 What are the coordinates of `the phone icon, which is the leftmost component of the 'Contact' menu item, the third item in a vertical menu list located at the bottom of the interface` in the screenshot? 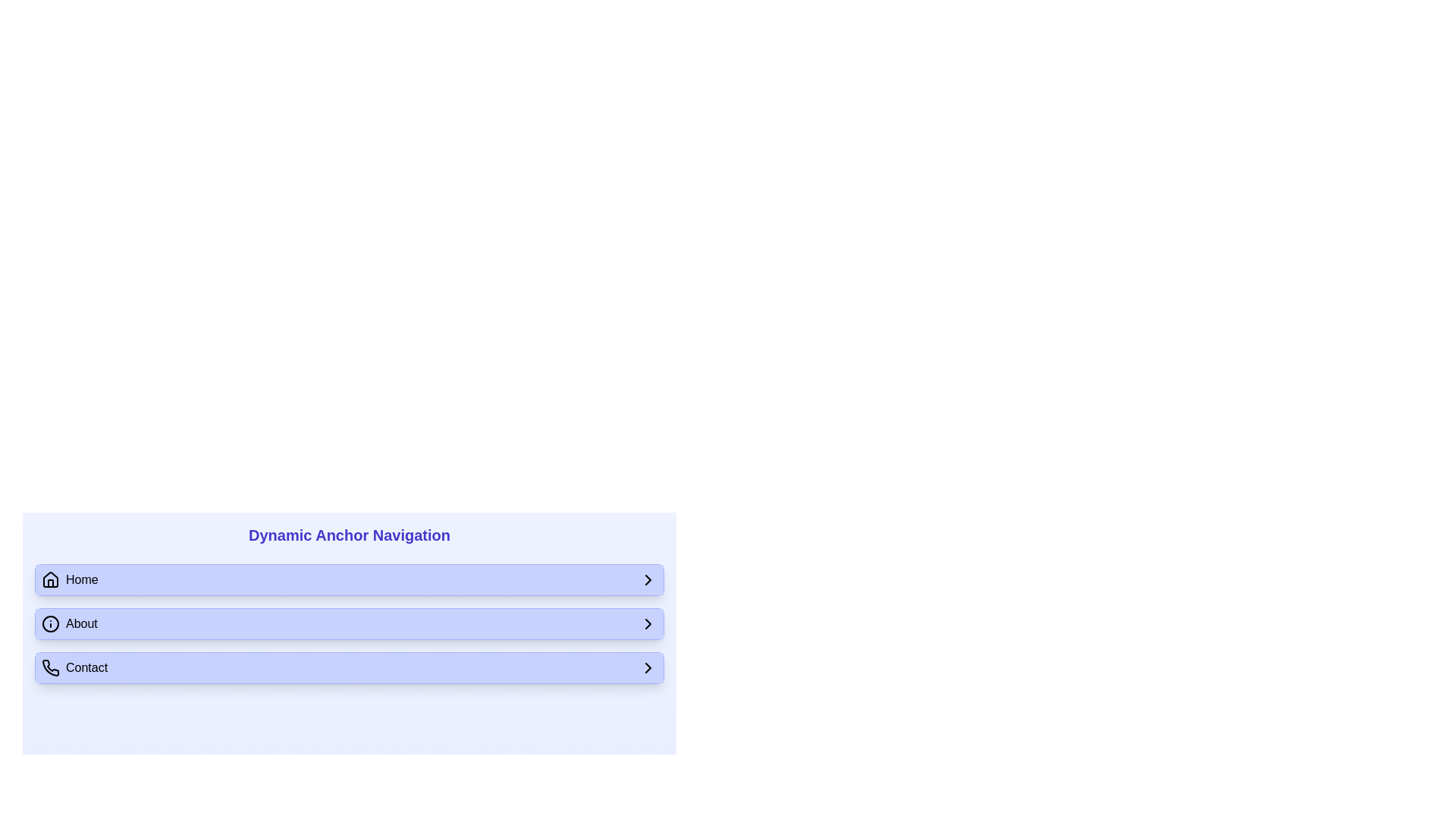 It's located at (51, 667).